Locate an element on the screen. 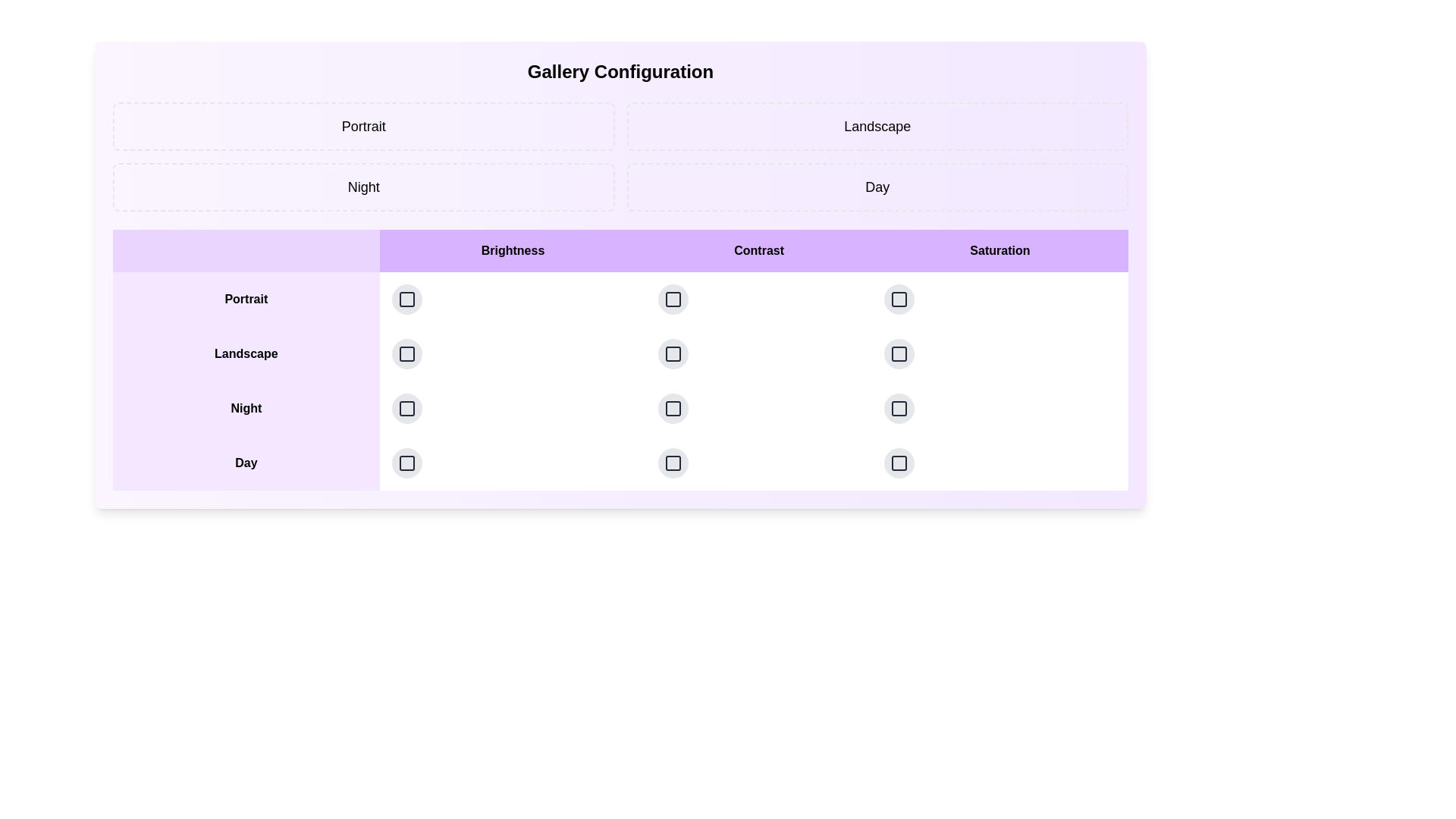  the small, square-shaped button with rounded edges under the 'Brightness' column and 'Landscape' row is located at coordinates (406, 353).